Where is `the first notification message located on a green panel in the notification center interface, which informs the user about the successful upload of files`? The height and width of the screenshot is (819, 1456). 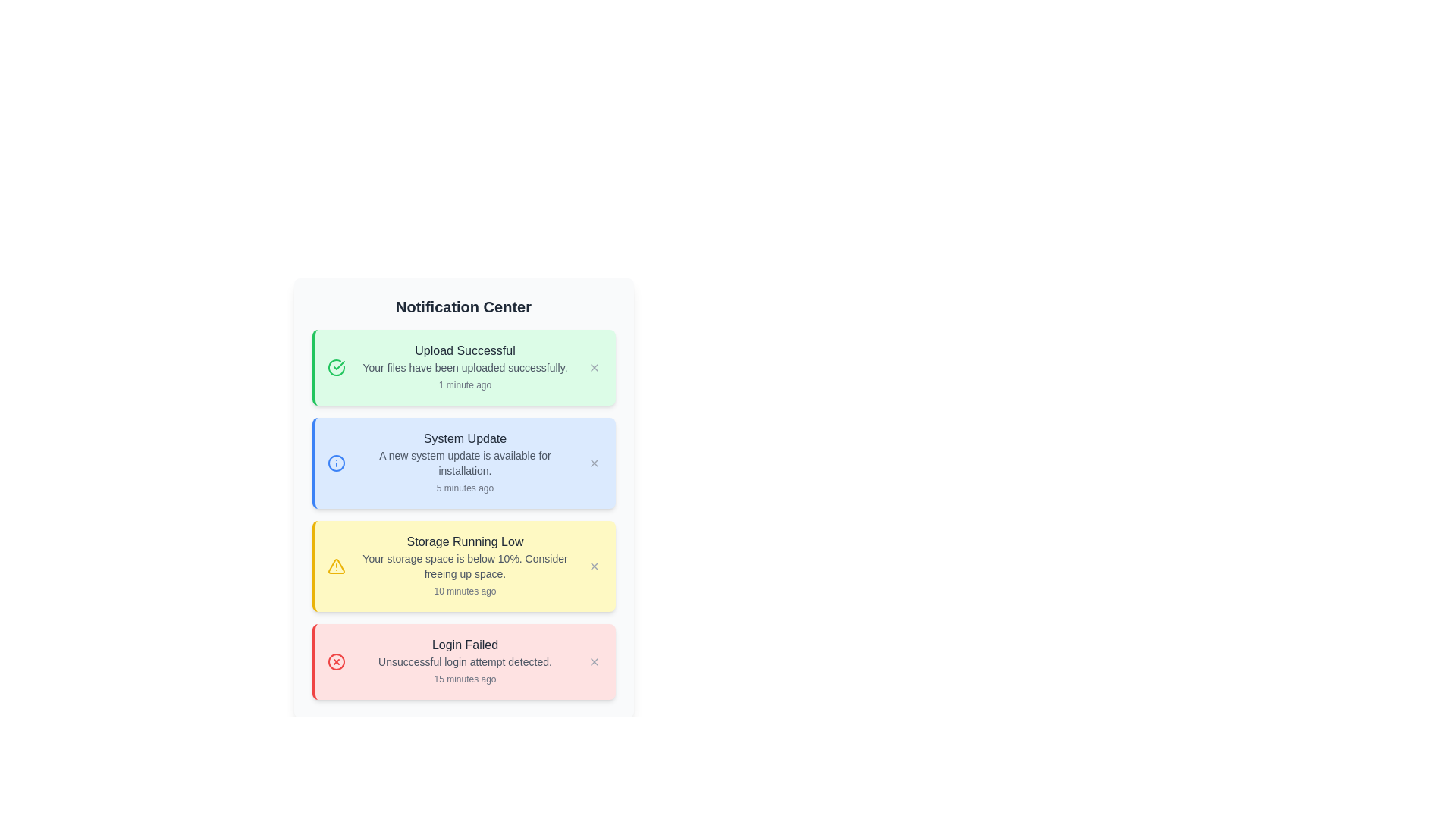 the first notification message located on a green panel in the notification center interface, which informs the user about the successful upload of files is located at coordinates (464, 368).